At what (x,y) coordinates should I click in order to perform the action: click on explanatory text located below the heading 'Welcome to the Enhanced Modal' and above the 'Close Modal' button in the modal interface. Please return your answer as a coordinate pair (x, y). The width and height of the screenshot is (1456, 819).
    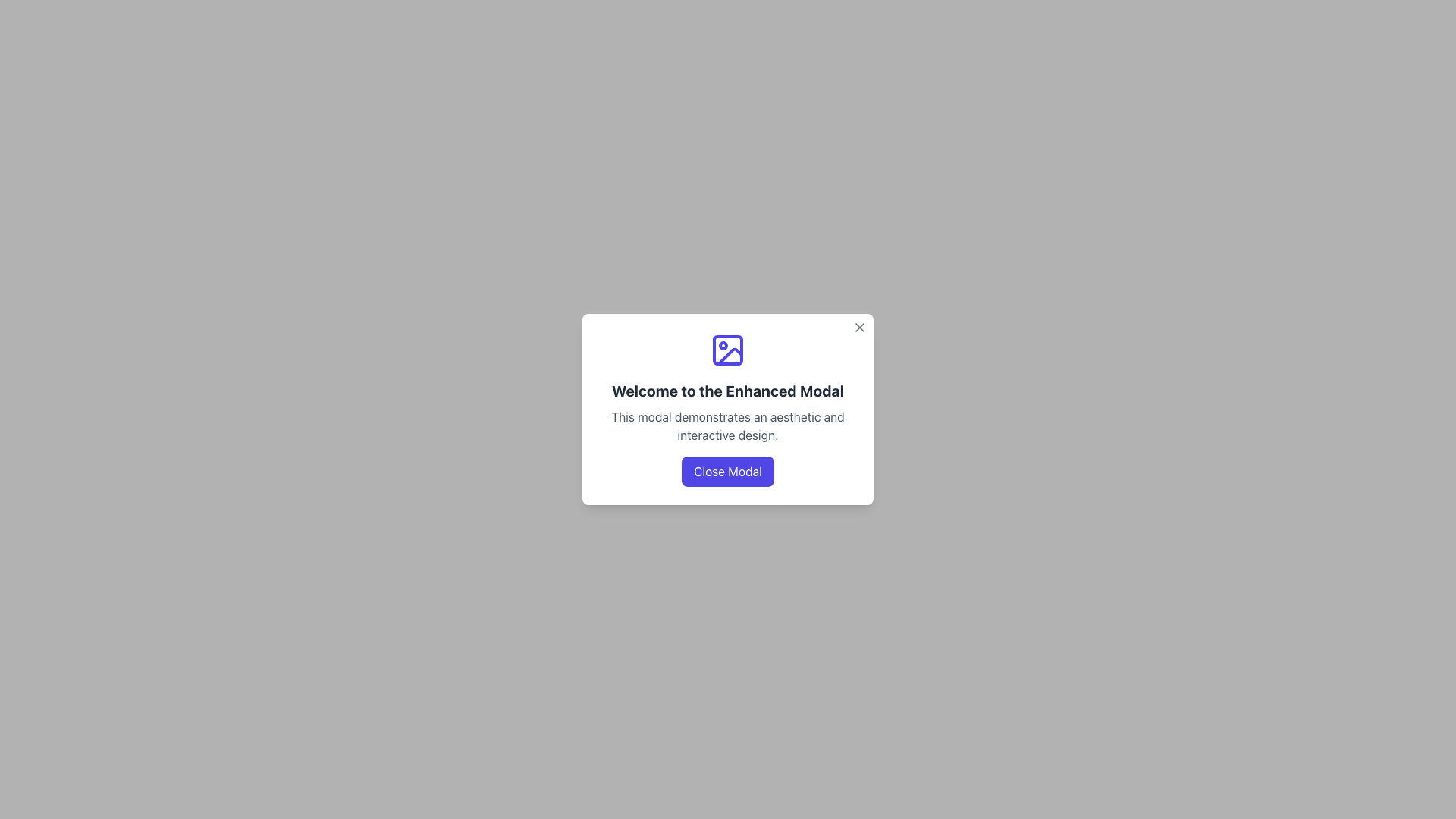
    Looking at the image, I should click on (728, 426).